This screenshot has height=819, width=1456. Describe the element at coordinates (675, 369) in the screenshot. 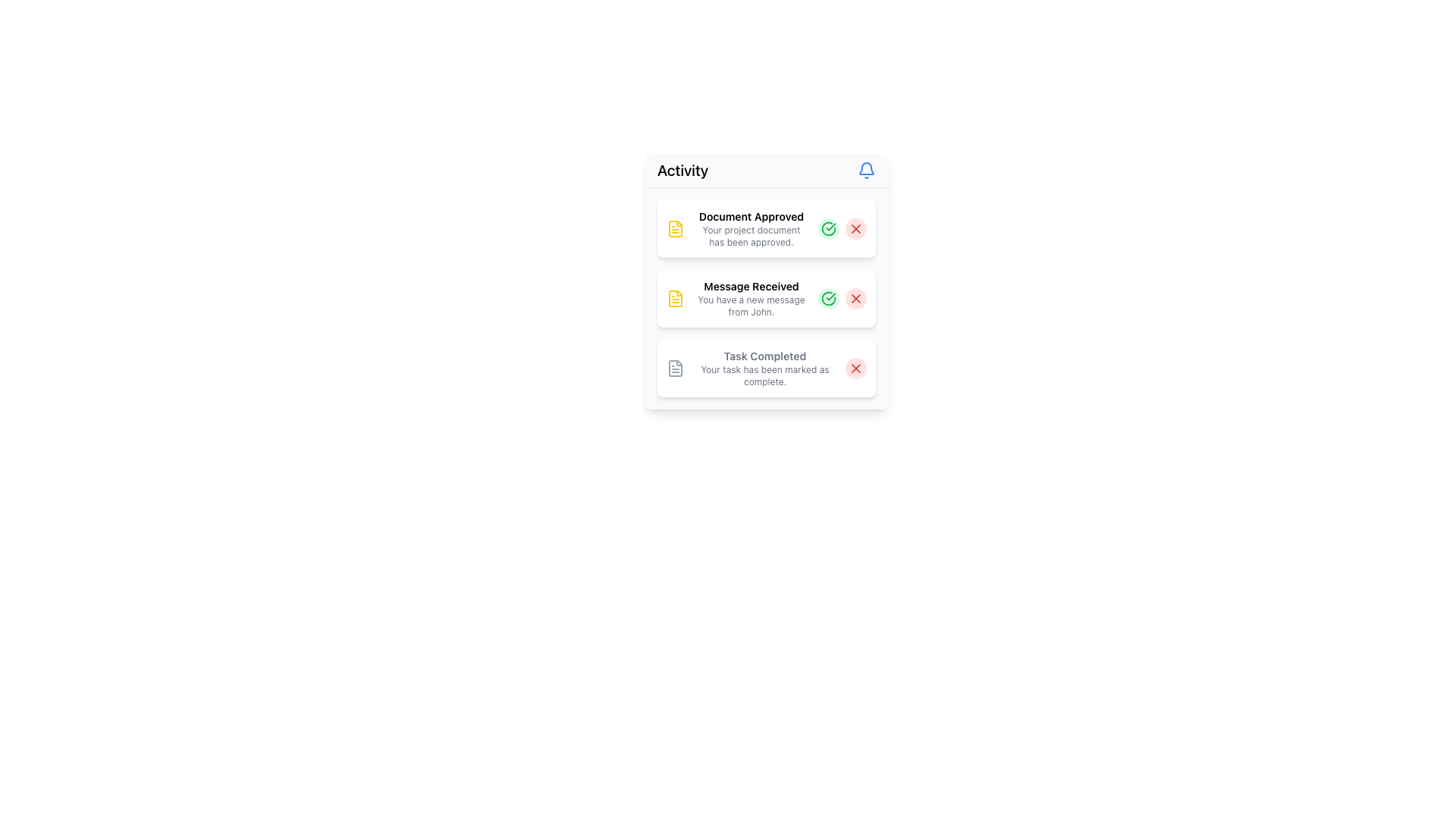

I see `the compact document icon with rounded corners and text lines located at the top-left corner of the 'Task Completed' notification` at that location.